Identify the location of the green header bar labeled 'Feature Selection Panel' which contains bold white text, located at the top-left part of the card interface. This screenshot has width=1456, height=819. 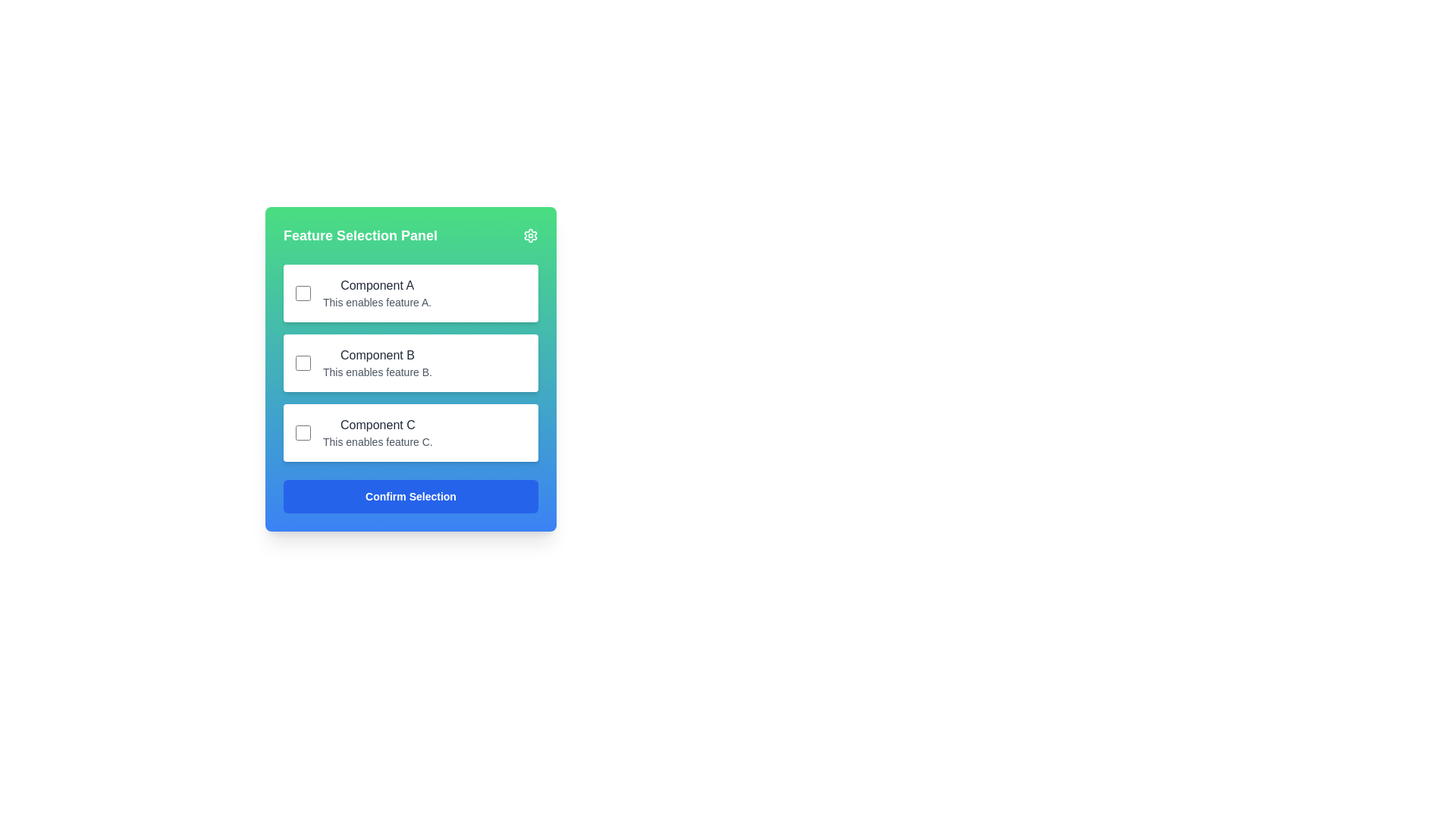
(359, 236).